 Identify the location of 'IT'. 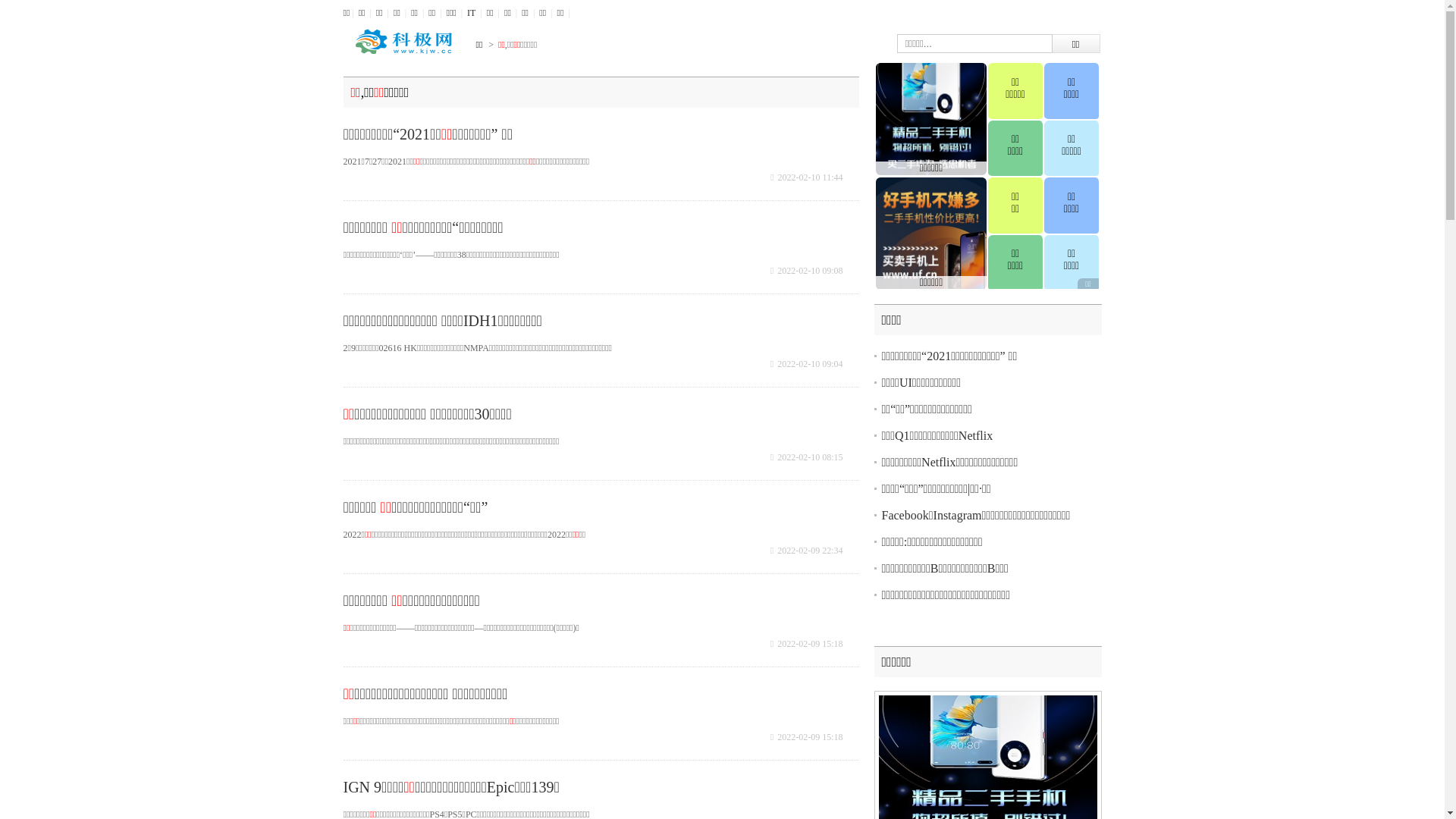
(464, 12).